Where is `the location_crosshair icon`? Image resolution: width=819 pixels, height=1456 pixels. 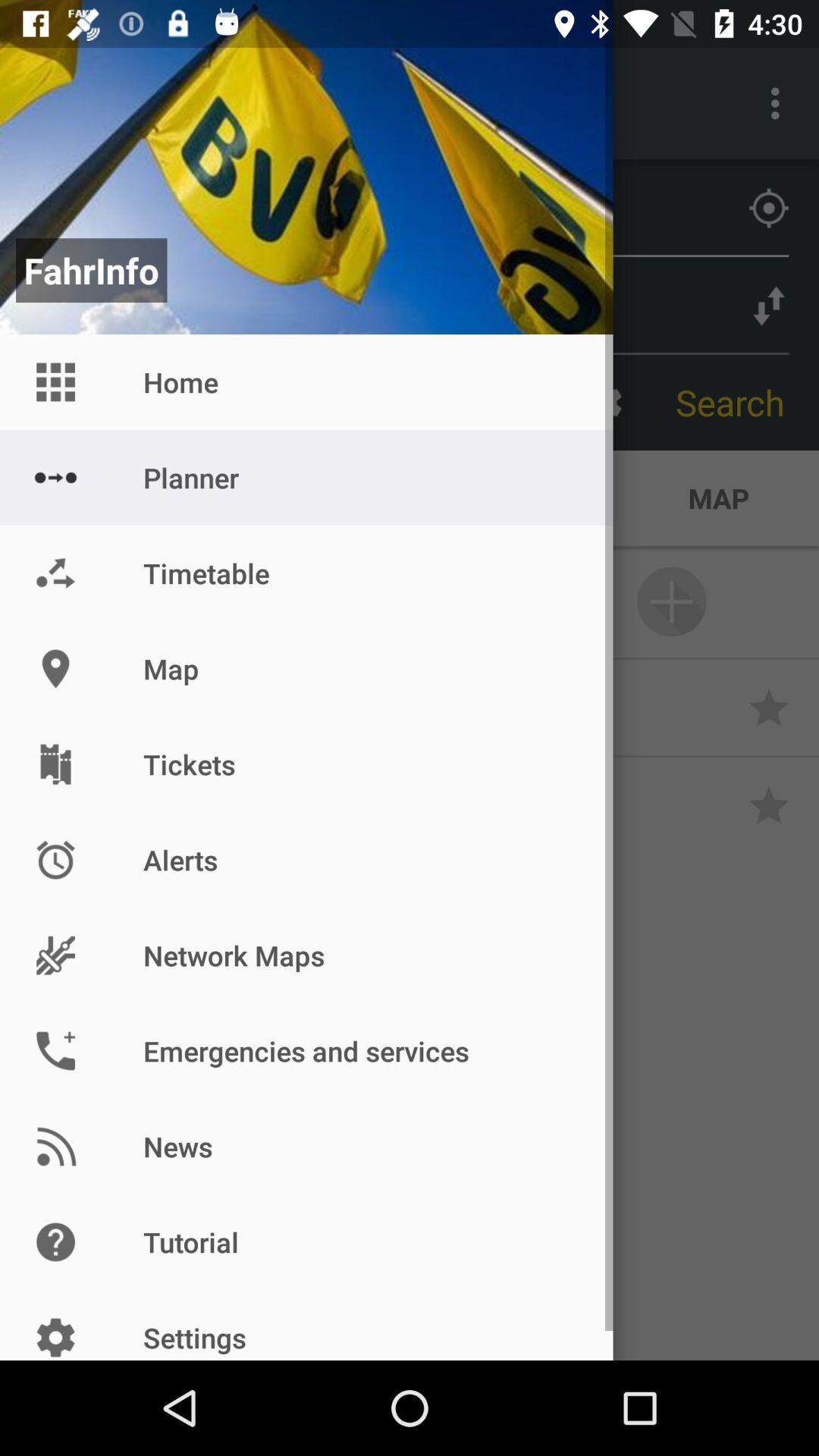 the location_crosshair icon is located at coordinates (779, 198).